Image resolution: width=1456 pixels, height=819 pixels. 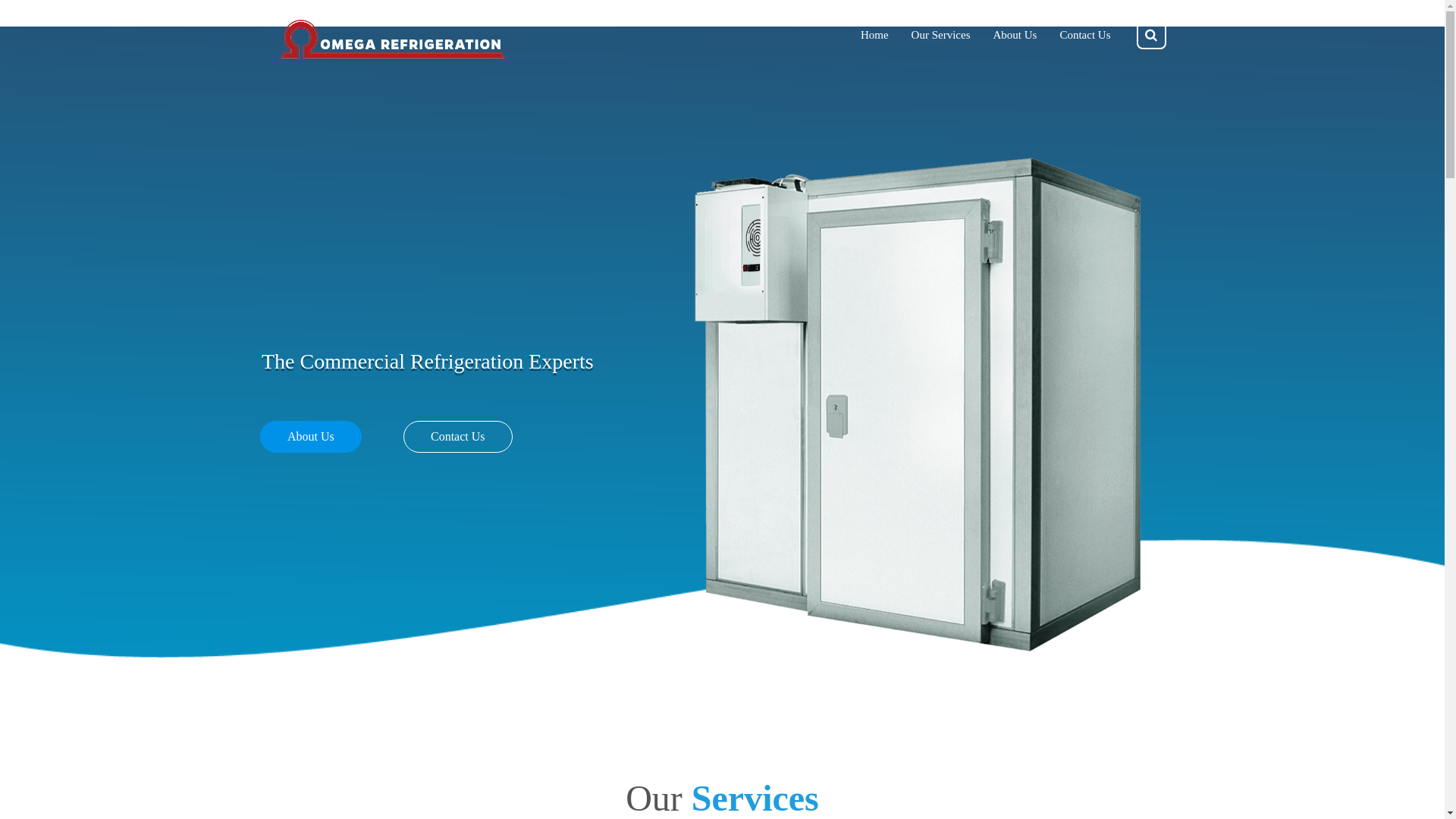 What do you see at coordinates (940, 34) in the screenshot?
I see `'Our Services'` at bounding box center [940, 34].